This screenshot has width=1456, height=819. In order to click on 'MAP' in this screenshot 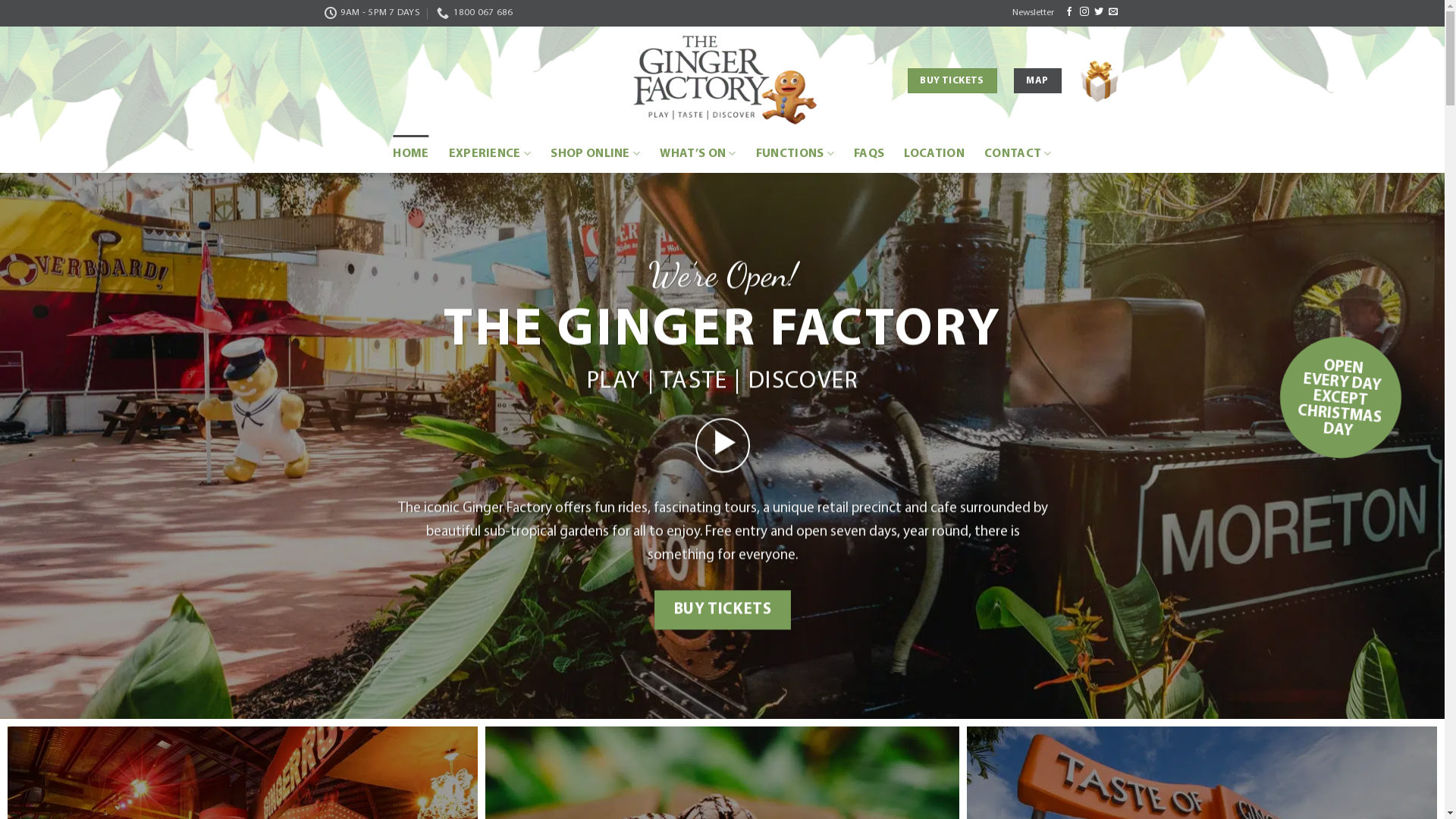, I will do `click(1037, 81)`.